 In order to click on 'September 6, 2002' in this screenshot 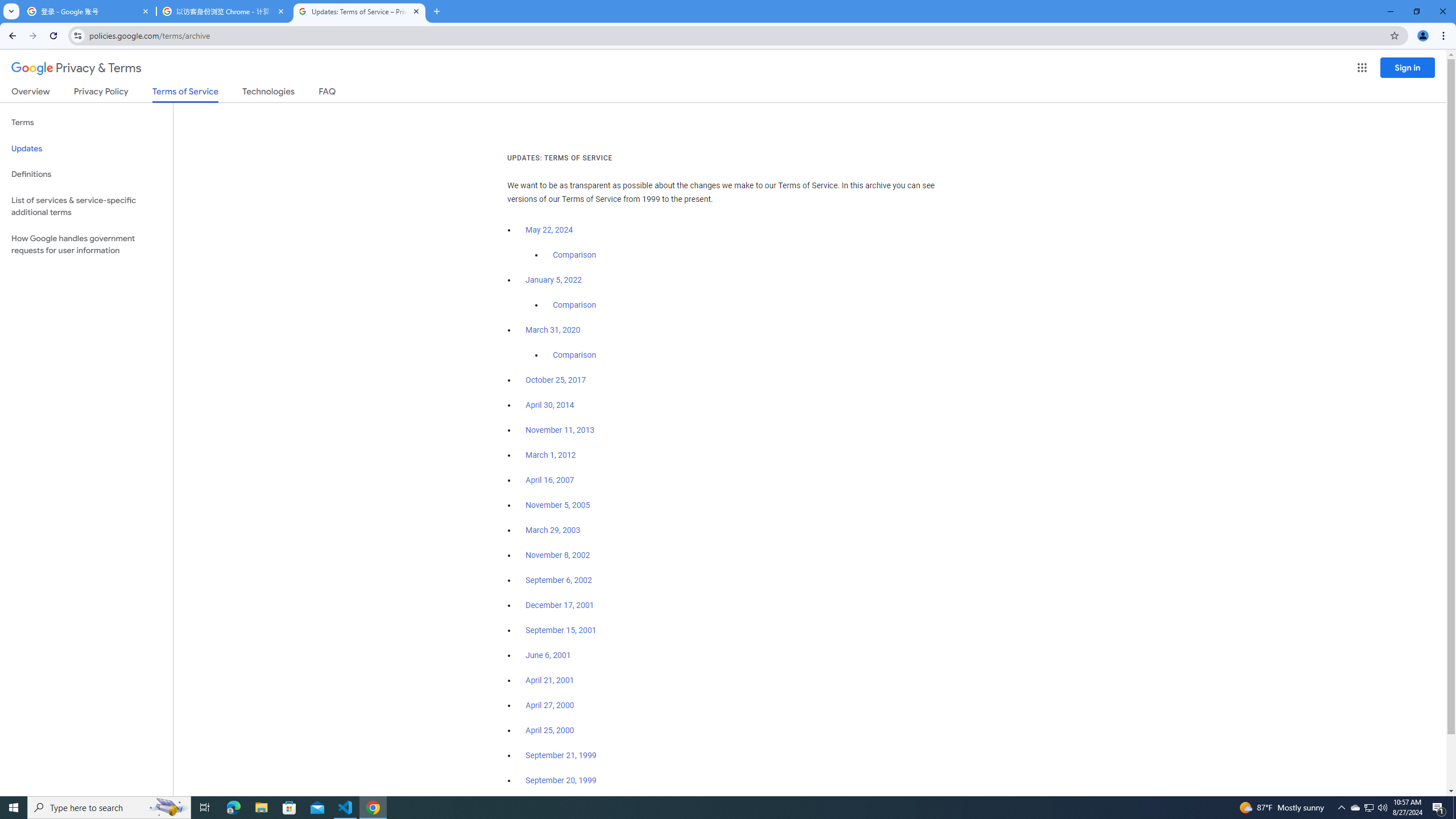, I will do `click(559, 580)`.